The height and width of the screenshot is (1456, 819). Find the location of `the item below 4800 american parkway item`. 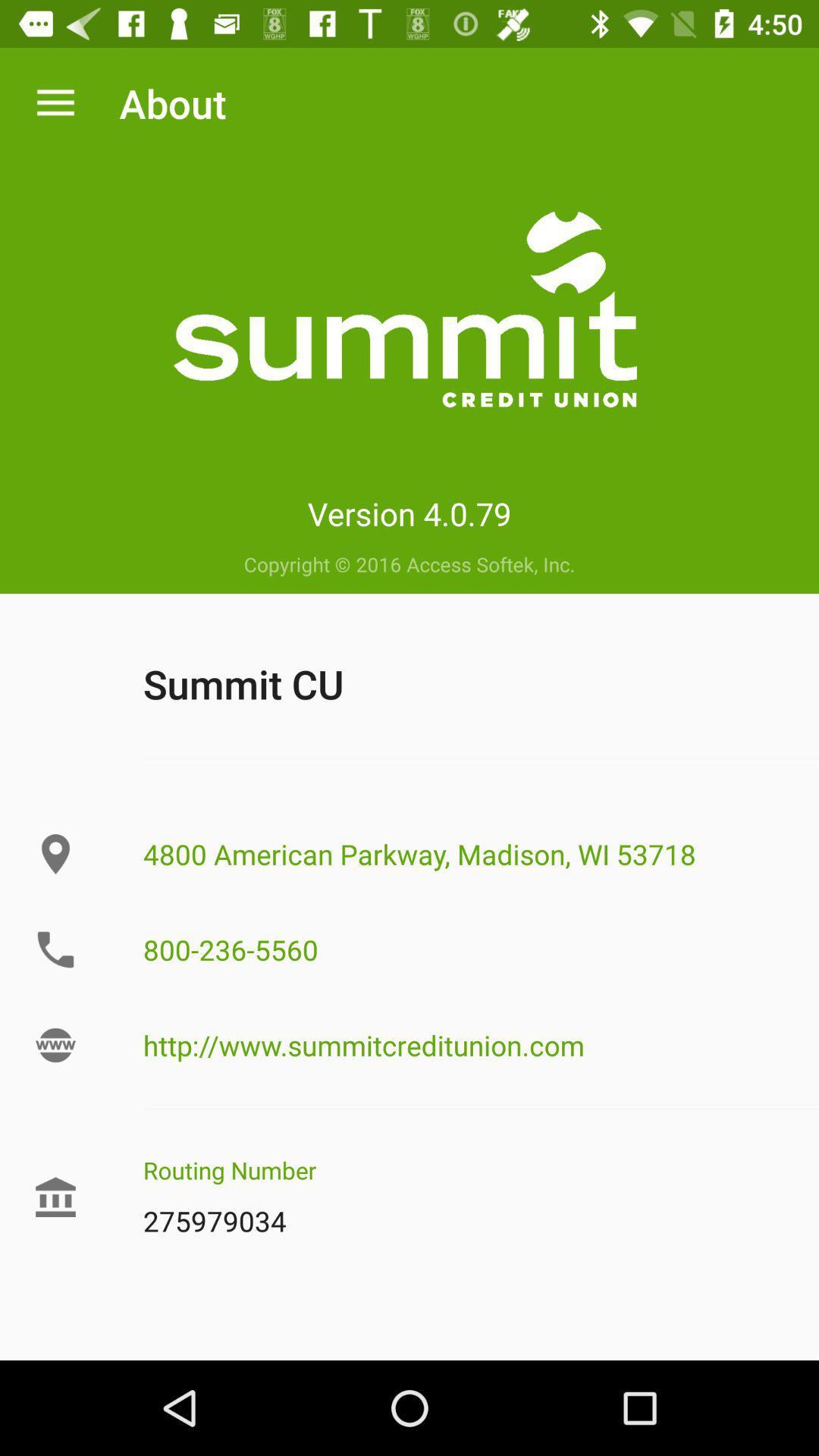

the item below 4800 american parkway item is located at coordinates (464, 949).